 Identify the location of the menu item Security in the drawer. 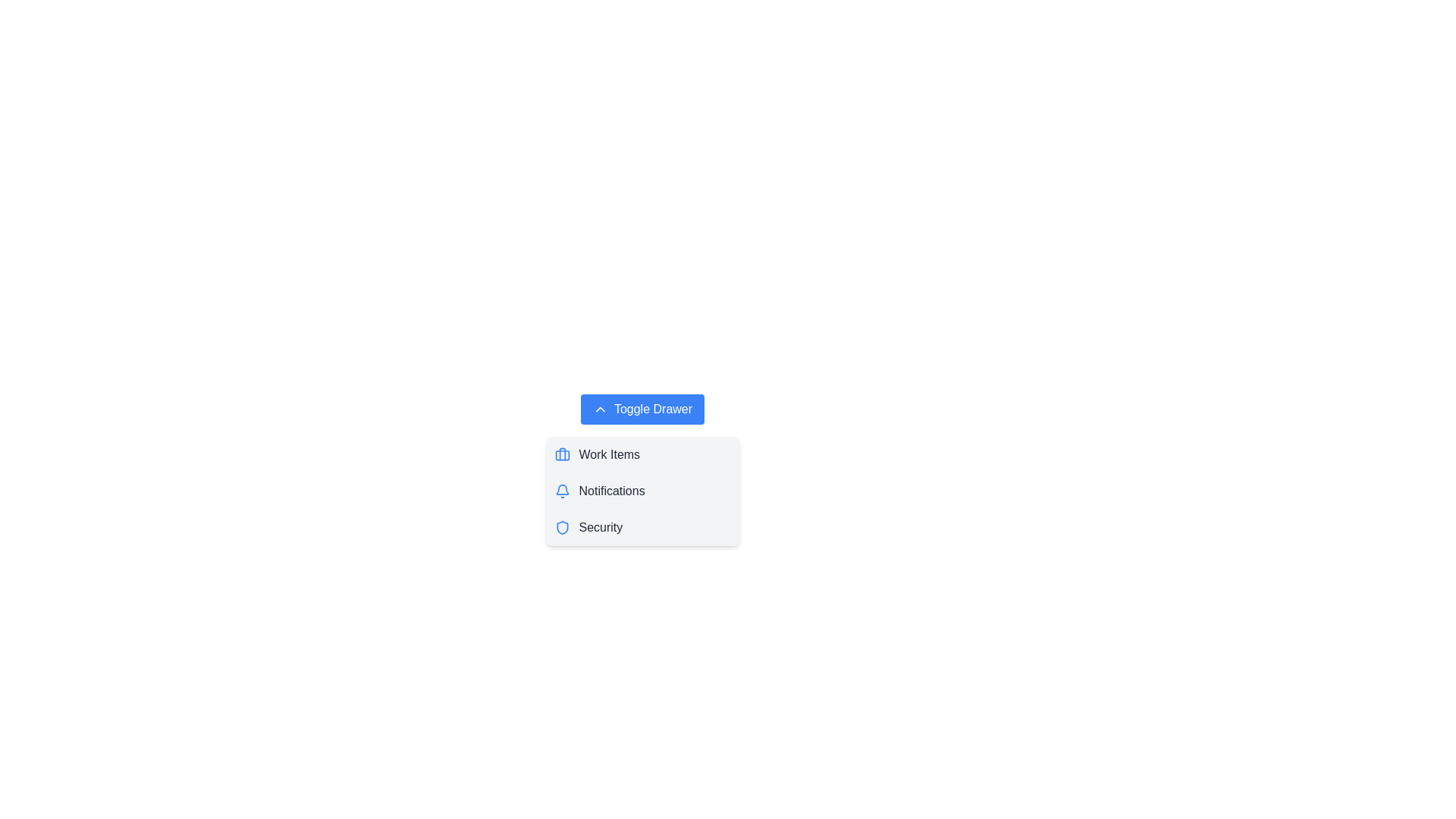
(642, 526).